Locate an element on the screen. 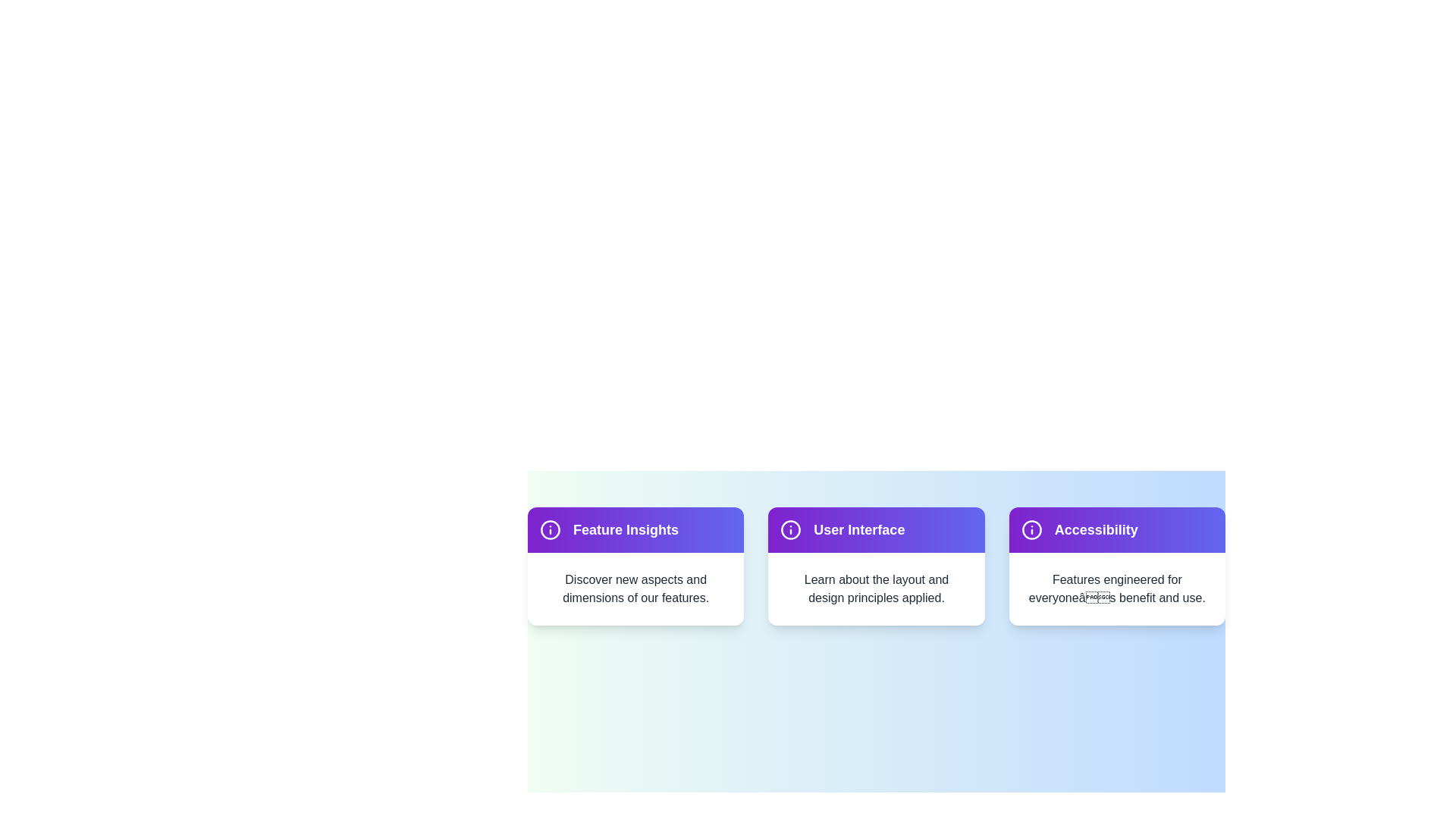  the Accessibility icon located in the header section of the Accessibility card, positioned to the left of the card's title text is located at coordinates (1031, 529).